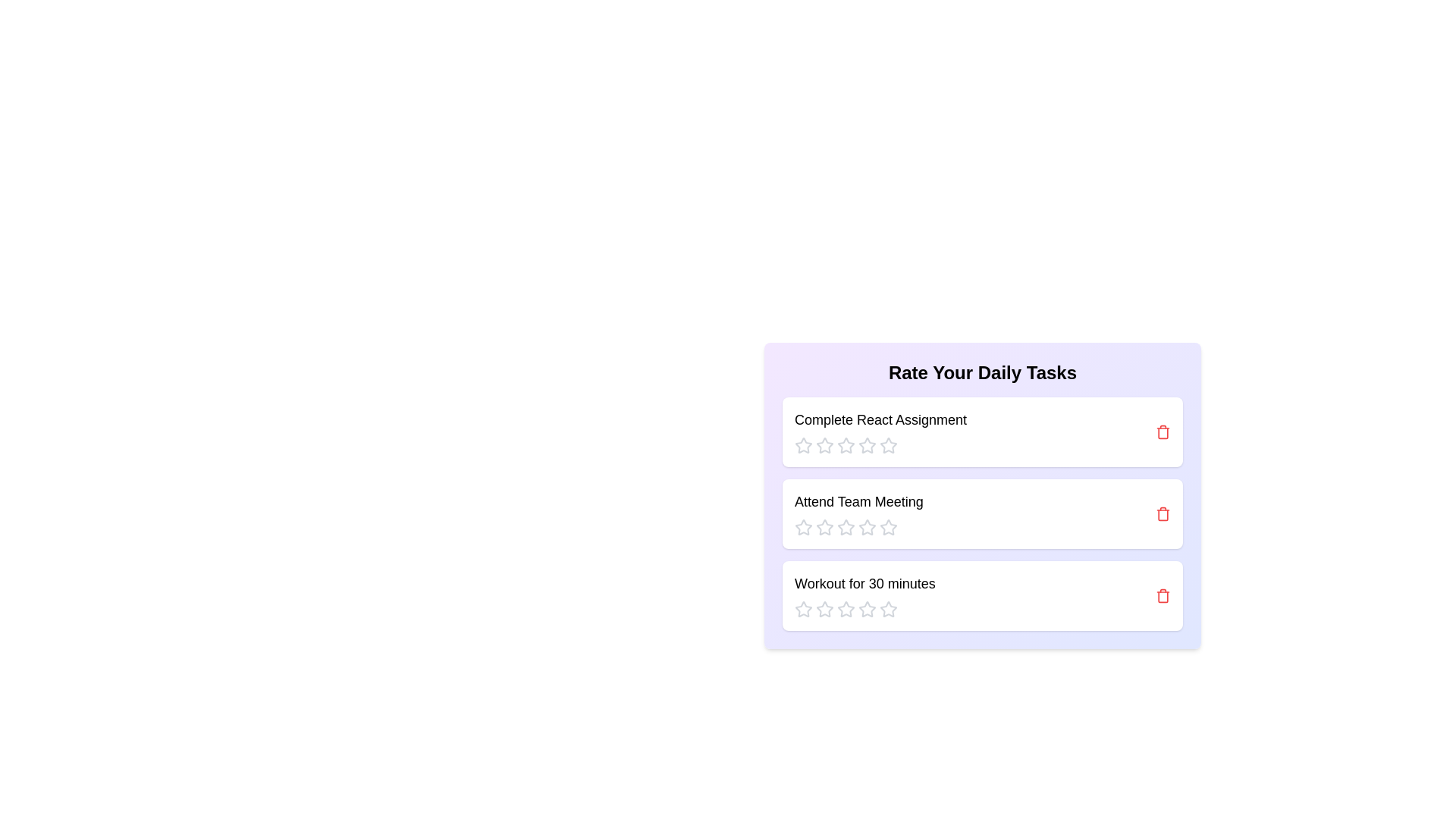 The height and width of the screenshot is (819, 1456). Describe the element at coordinates (1163, 513) in the screenshot. I see `trash icon to remove the task Attend Team Meeting` at that location.